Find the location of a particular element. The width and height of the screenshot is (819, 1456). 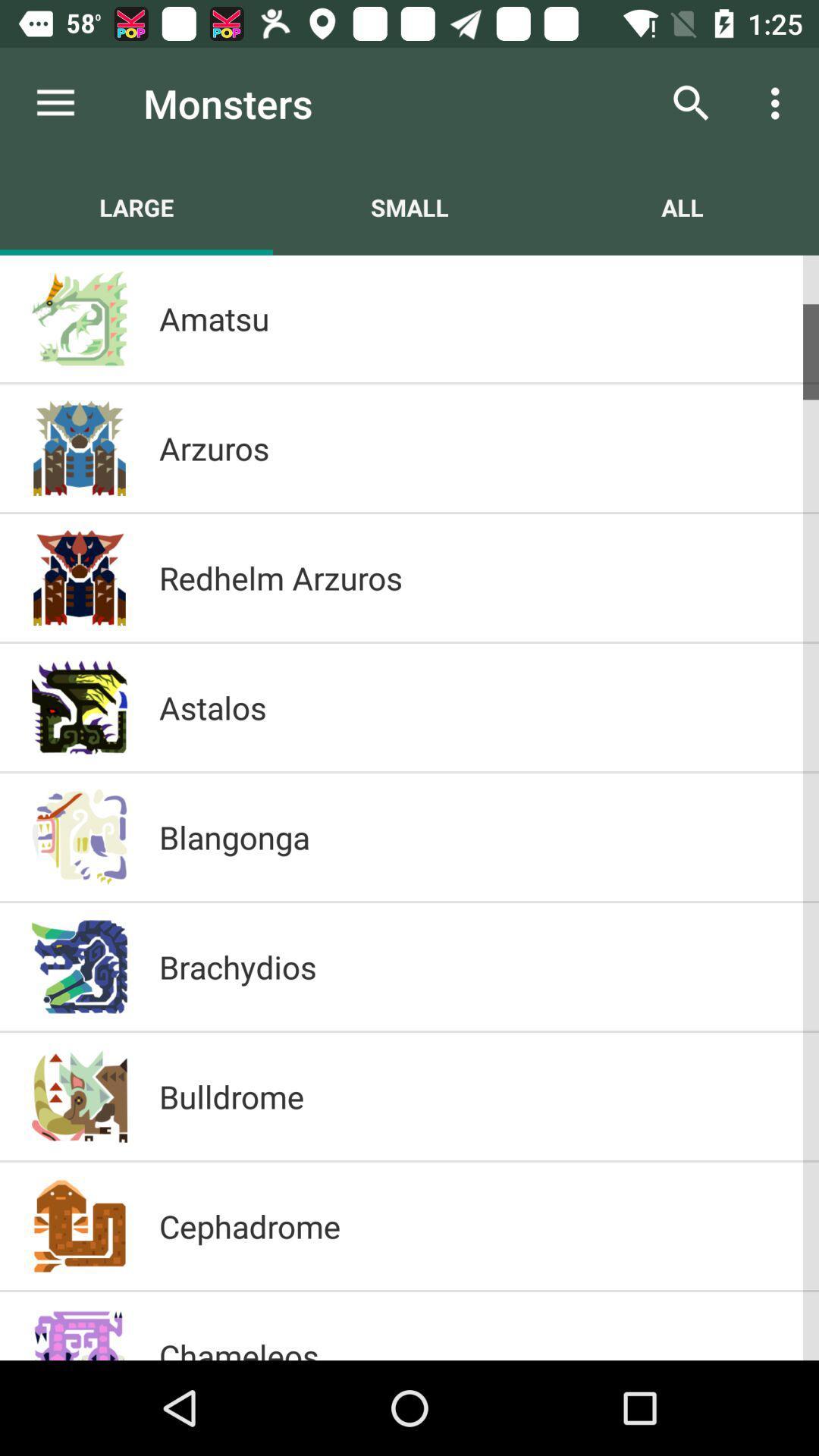

bulldrome item is located at coordinates (472, 1096).